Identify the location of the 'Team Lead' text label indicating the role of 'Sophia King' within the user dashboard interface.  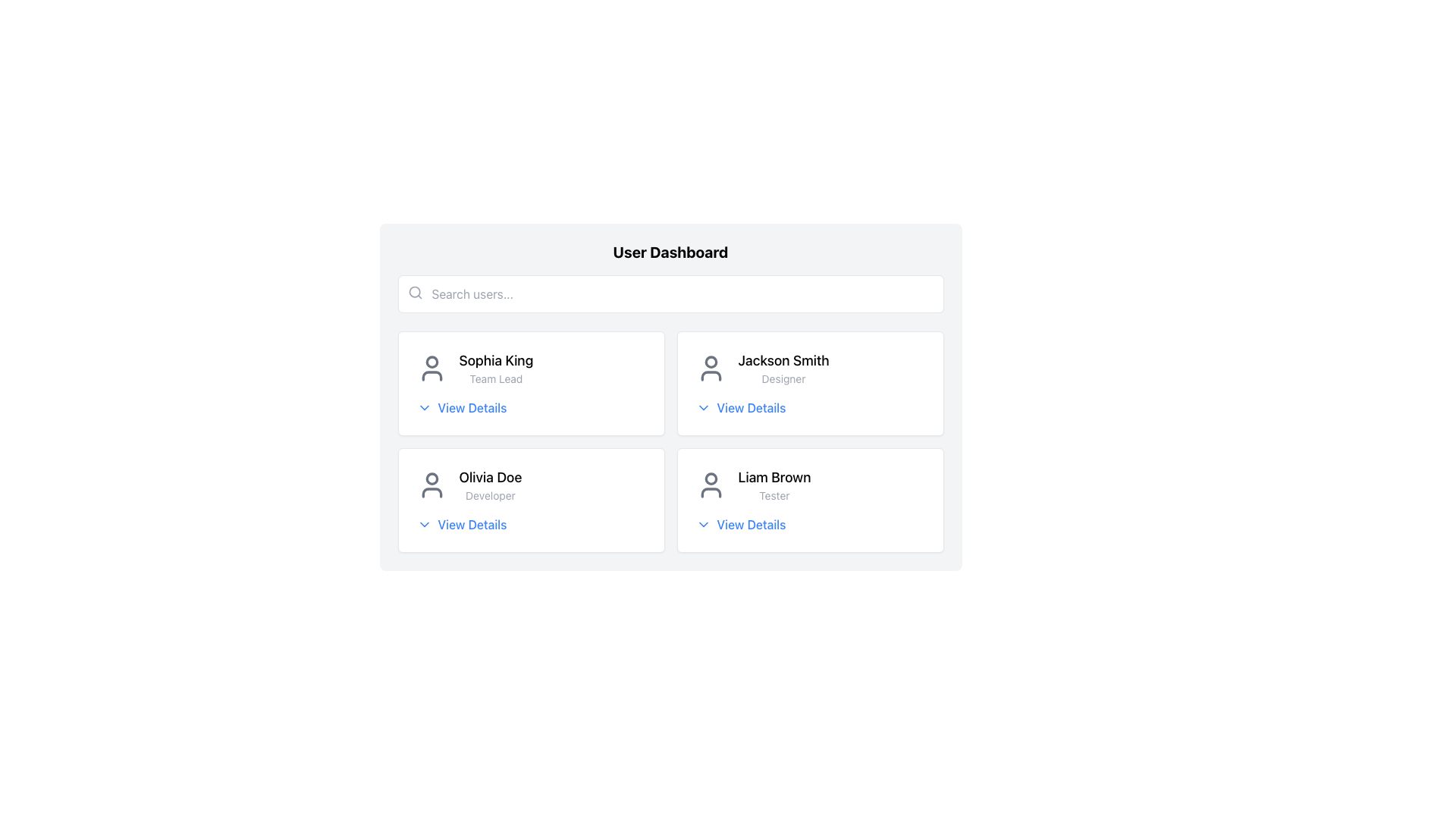
(496, 378).